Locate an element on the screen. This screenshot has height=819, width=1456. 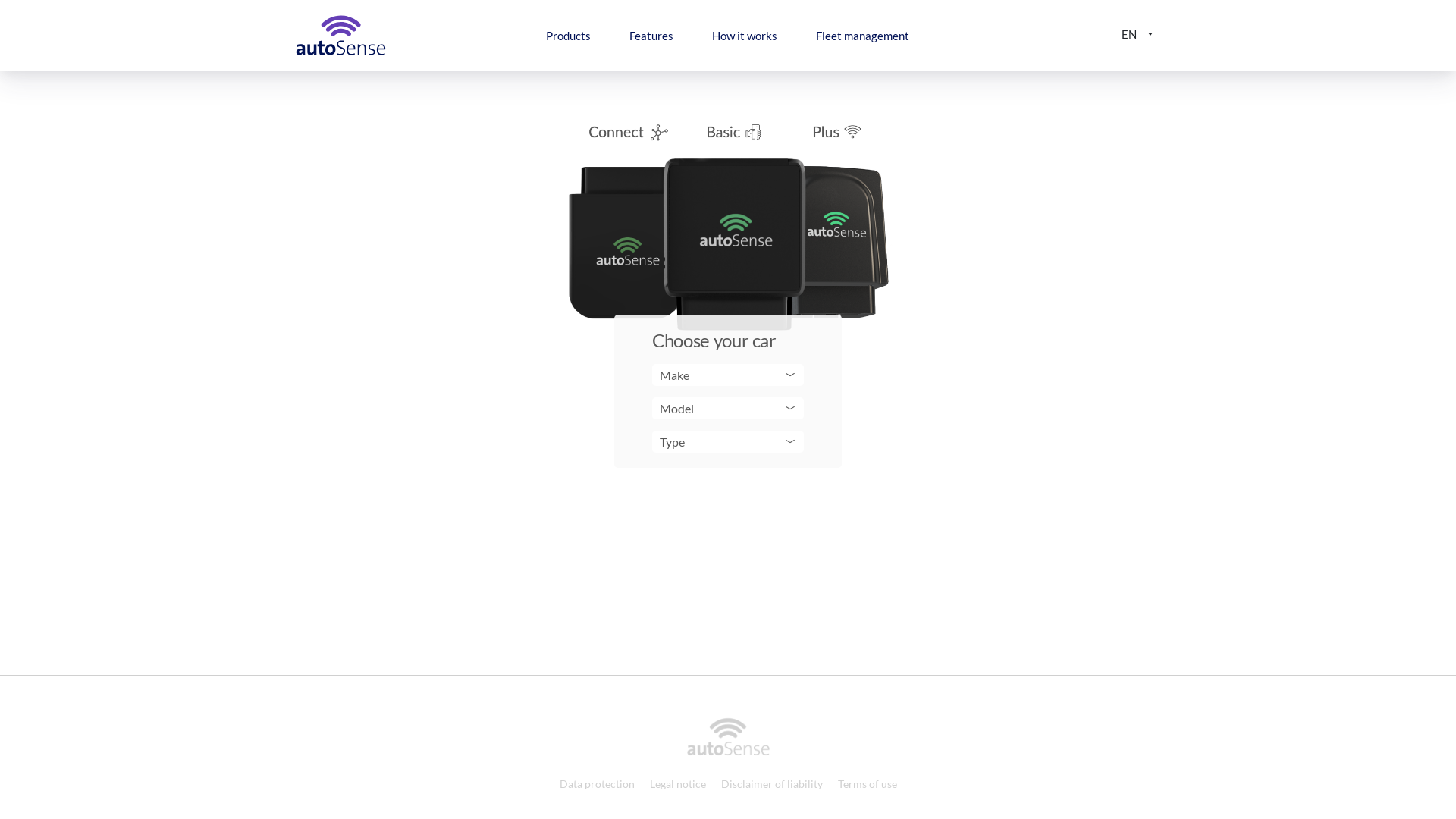
'Terms of use' is located at coordinates (866, 783).